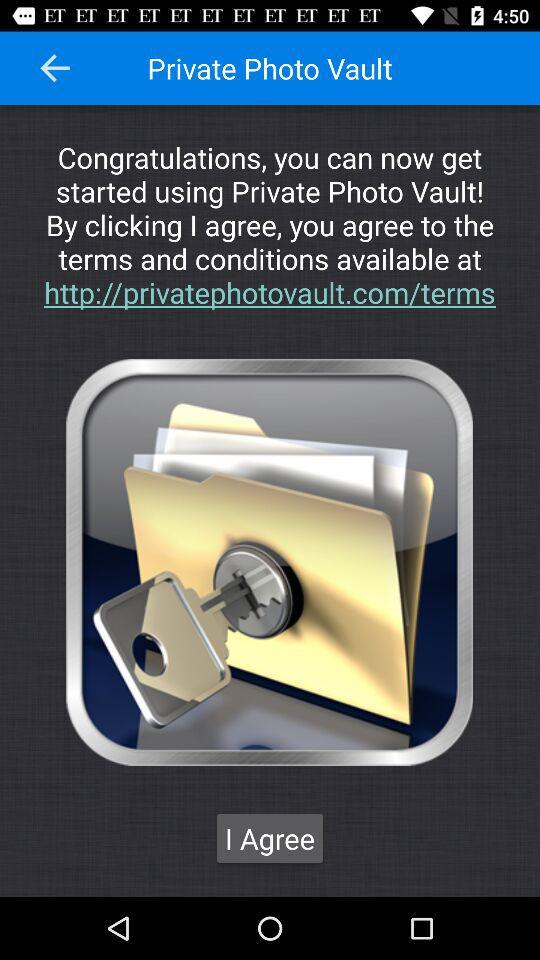 The image size is (540, 960). I want to click on the item above the congratulations you can, so click(55, 68).